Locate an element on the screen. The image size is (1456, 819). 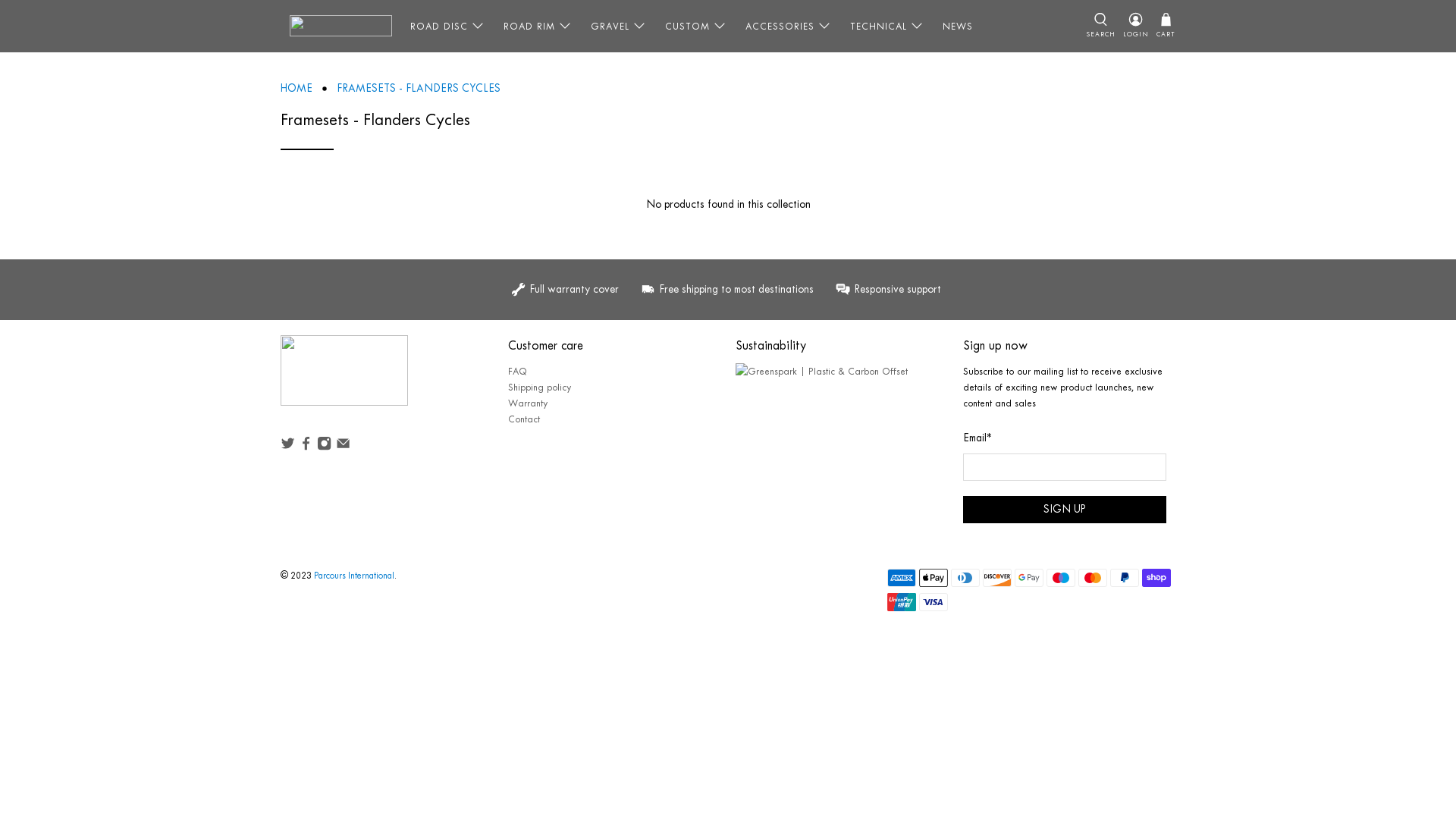
'Parcours International on Twitter' is located at coordinates (287, 446).